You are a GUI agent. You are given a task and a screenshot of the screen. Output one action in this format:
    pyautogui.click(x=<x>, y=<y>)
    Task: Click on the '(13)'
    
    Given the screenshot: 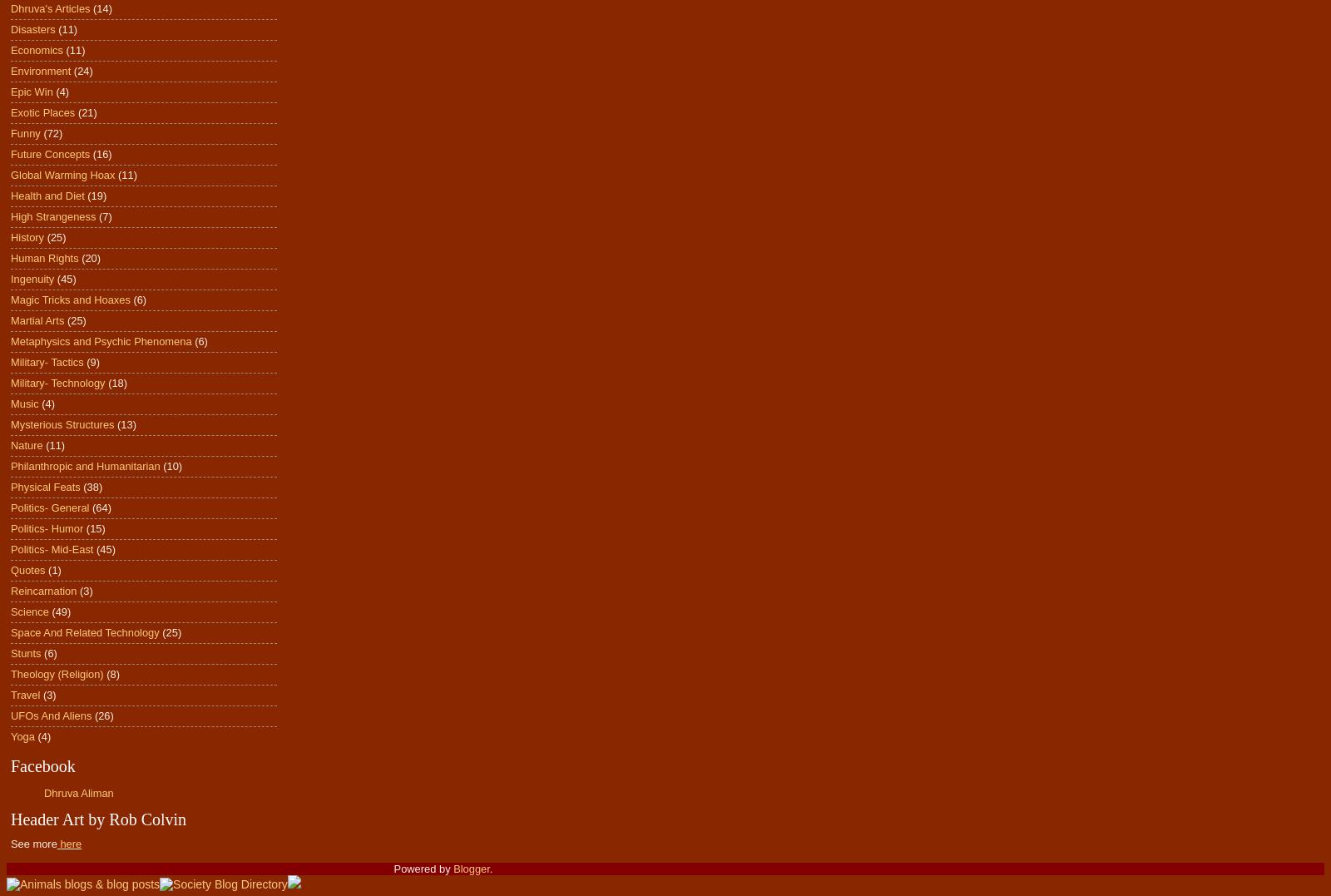 What is the action you would take?
    pyautogui.click(x=126, y=423)
    